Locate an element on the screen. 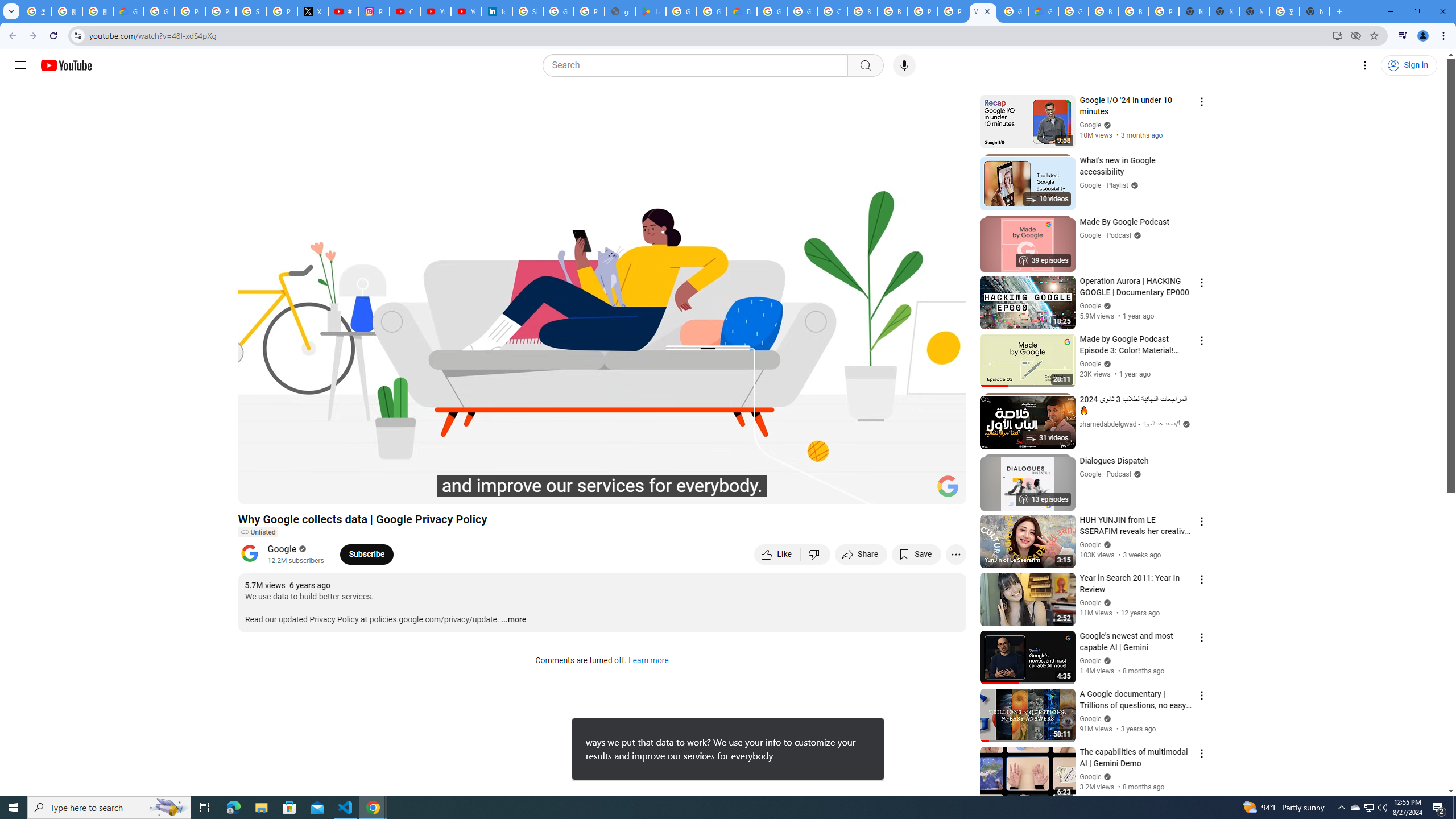 The width and height of the screenshot is (1456, 819). 'Share' is located at coordinates (861, 553).